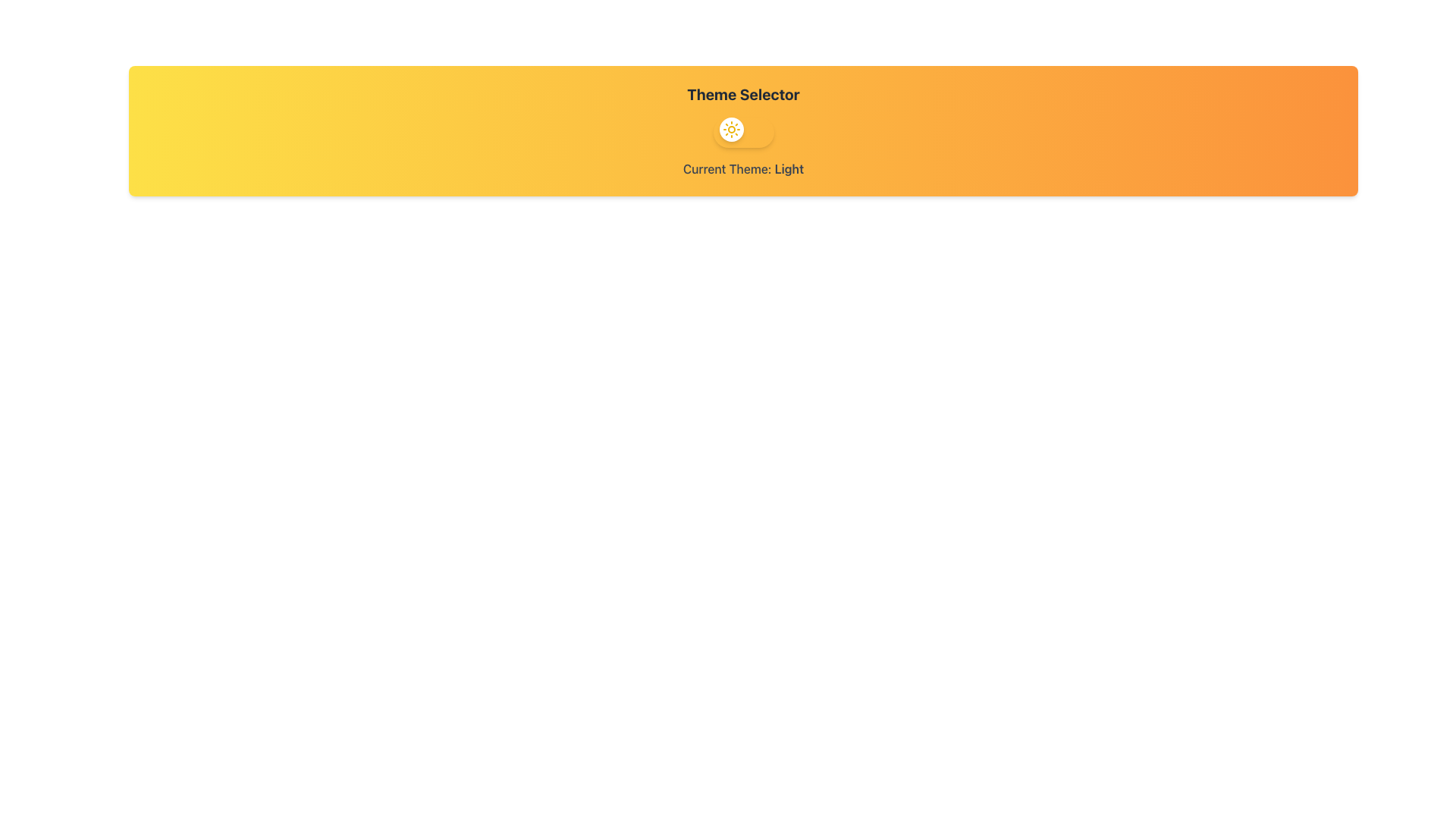 Image resolution: width=1456 pixels, height=819 pixels. Describe the element at coordinates (731, 128) in the screenshot. I see `the circular button toggle handler with a sun icon` at that location.